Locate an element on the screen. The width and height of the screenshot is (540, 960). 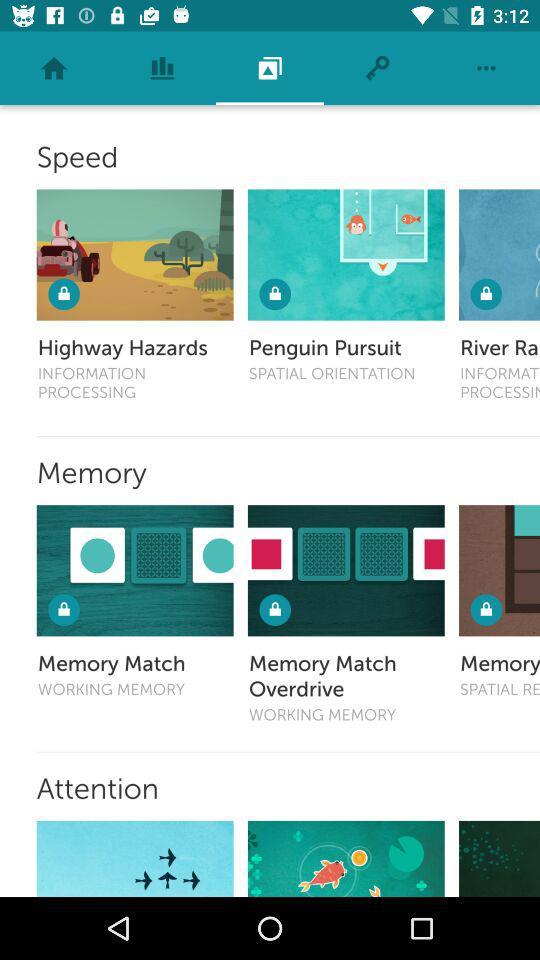
open game is located at coordinates (498, 857).